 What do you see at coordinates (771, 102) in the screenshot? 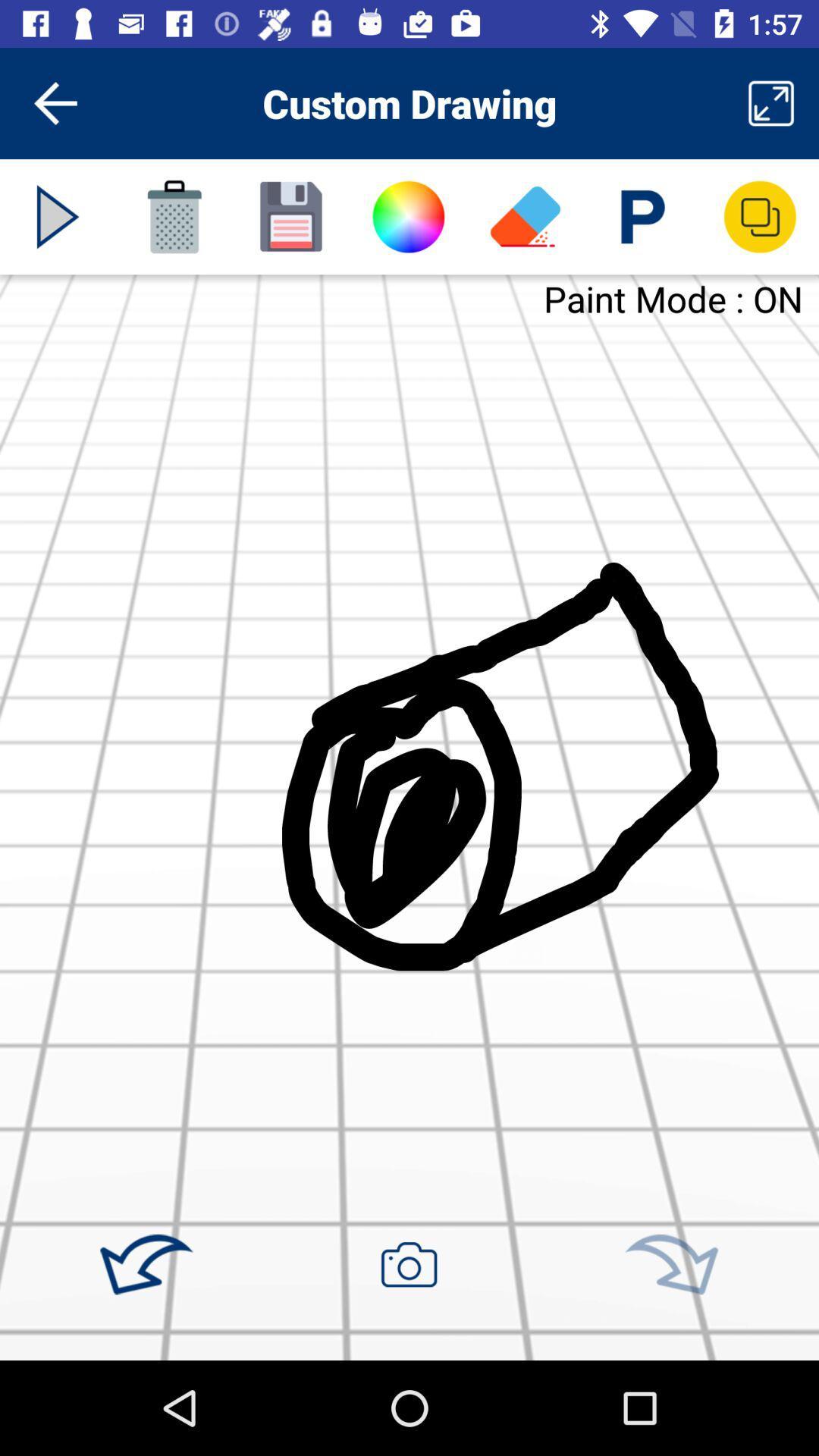
I see `item to the right of custom drawing item` at bounding box center [771, 102].